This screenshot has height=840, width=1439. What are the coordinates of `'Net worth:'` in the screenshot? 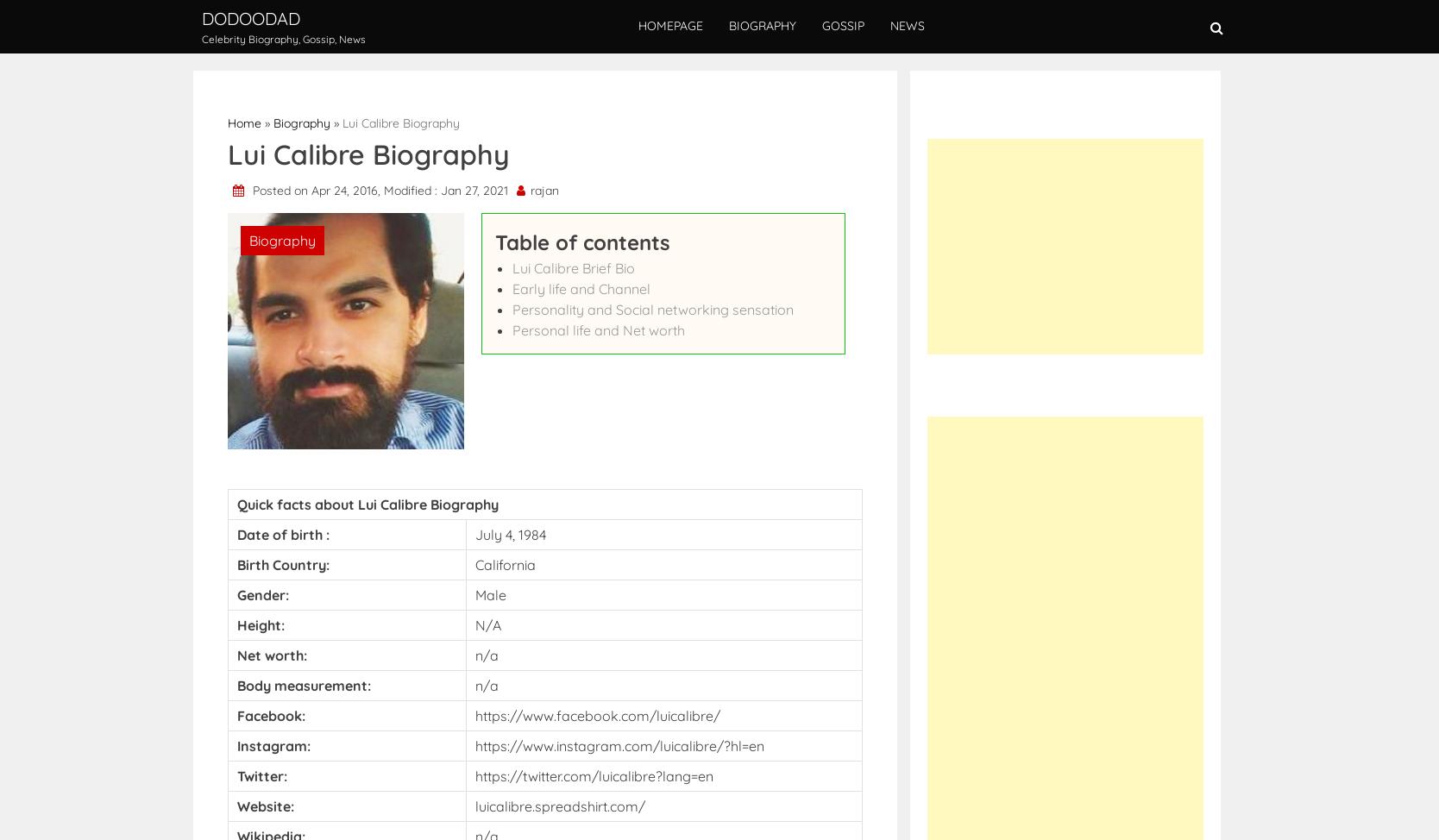 It's located at (272, 654).